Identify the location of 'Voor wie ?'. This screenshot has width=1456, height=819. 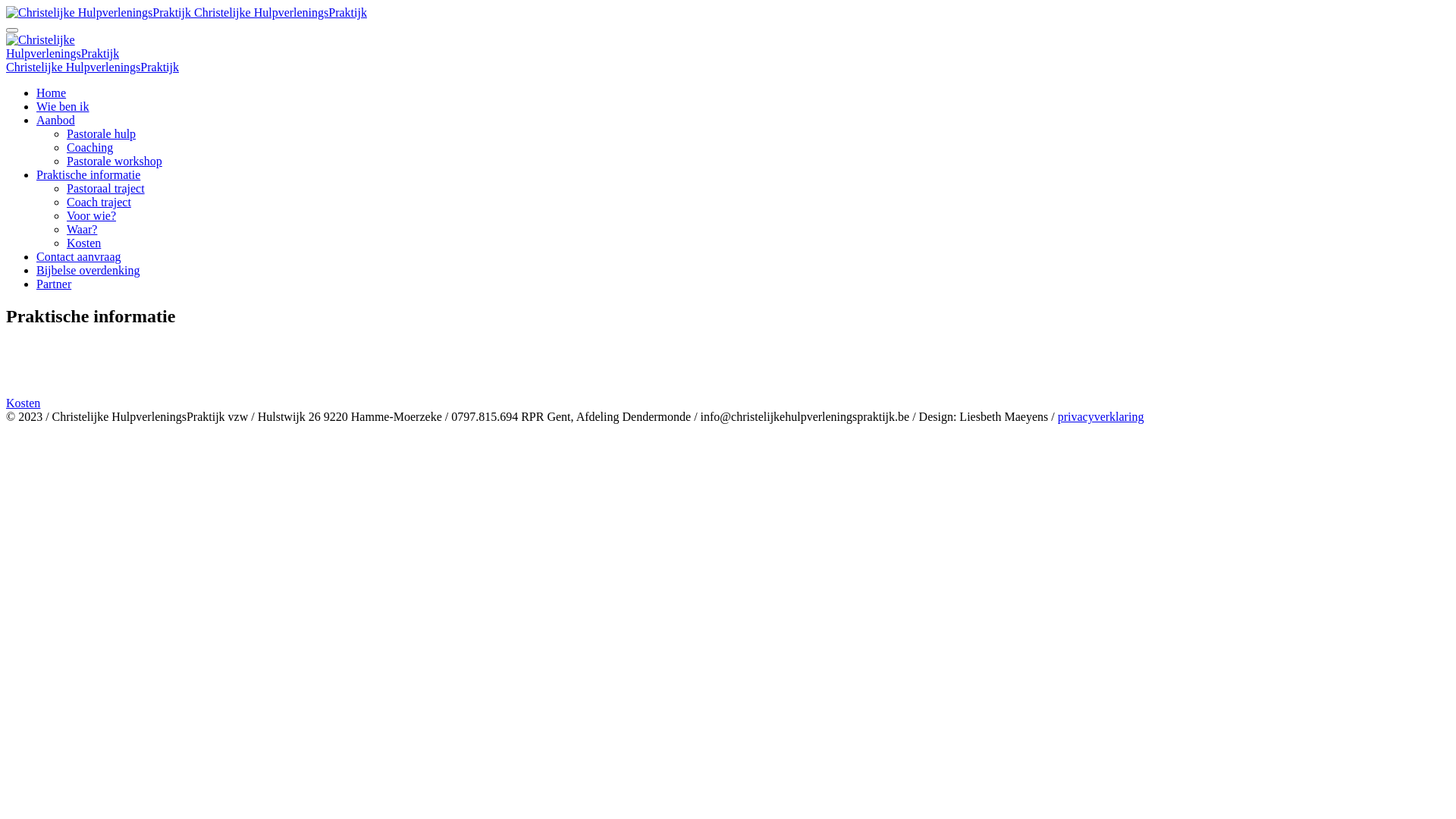
(6, 375).